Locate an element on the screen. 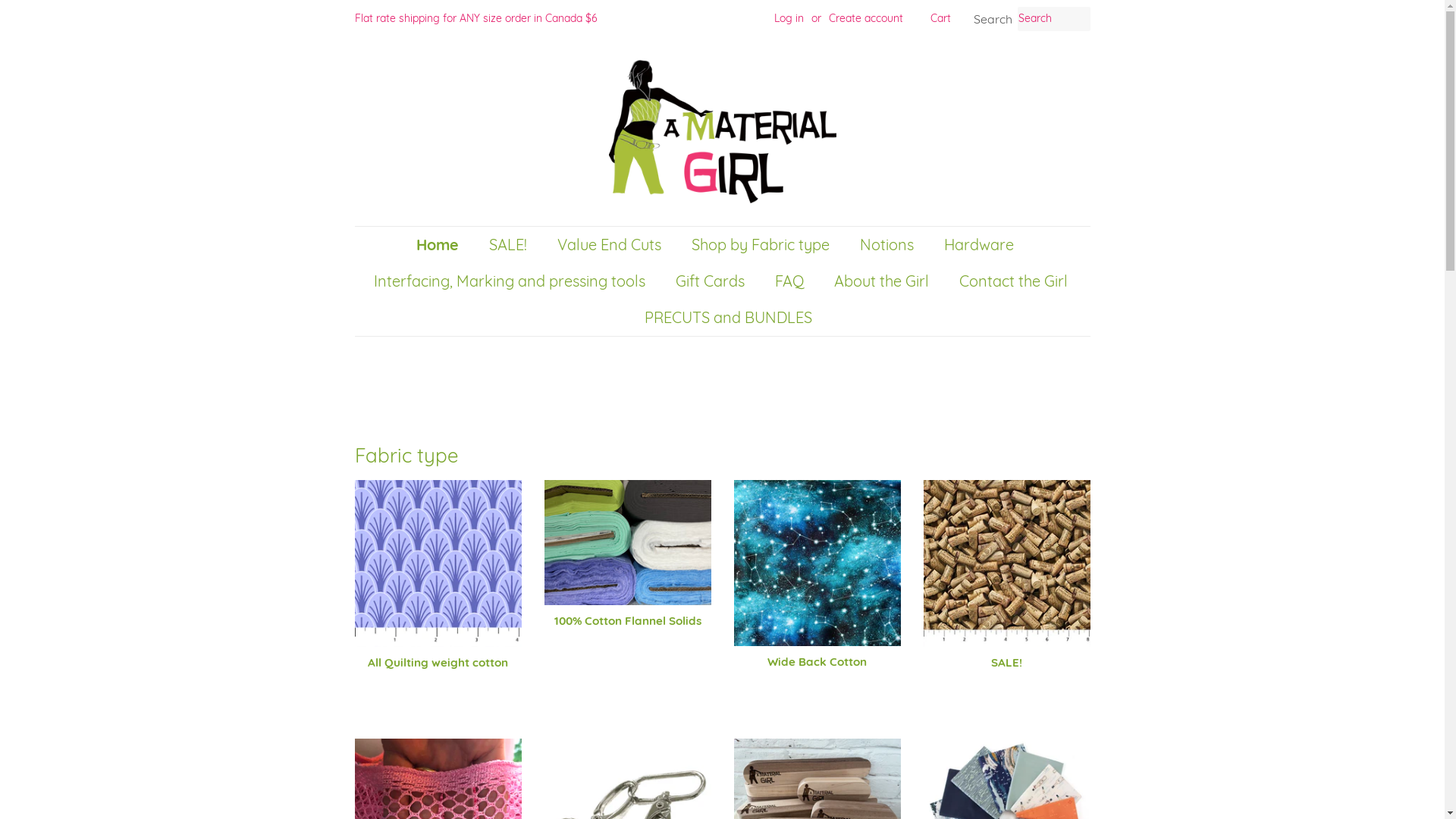 This screenshot has width=1456, height=819. 'Create account' is located at coordinates (865, 17).